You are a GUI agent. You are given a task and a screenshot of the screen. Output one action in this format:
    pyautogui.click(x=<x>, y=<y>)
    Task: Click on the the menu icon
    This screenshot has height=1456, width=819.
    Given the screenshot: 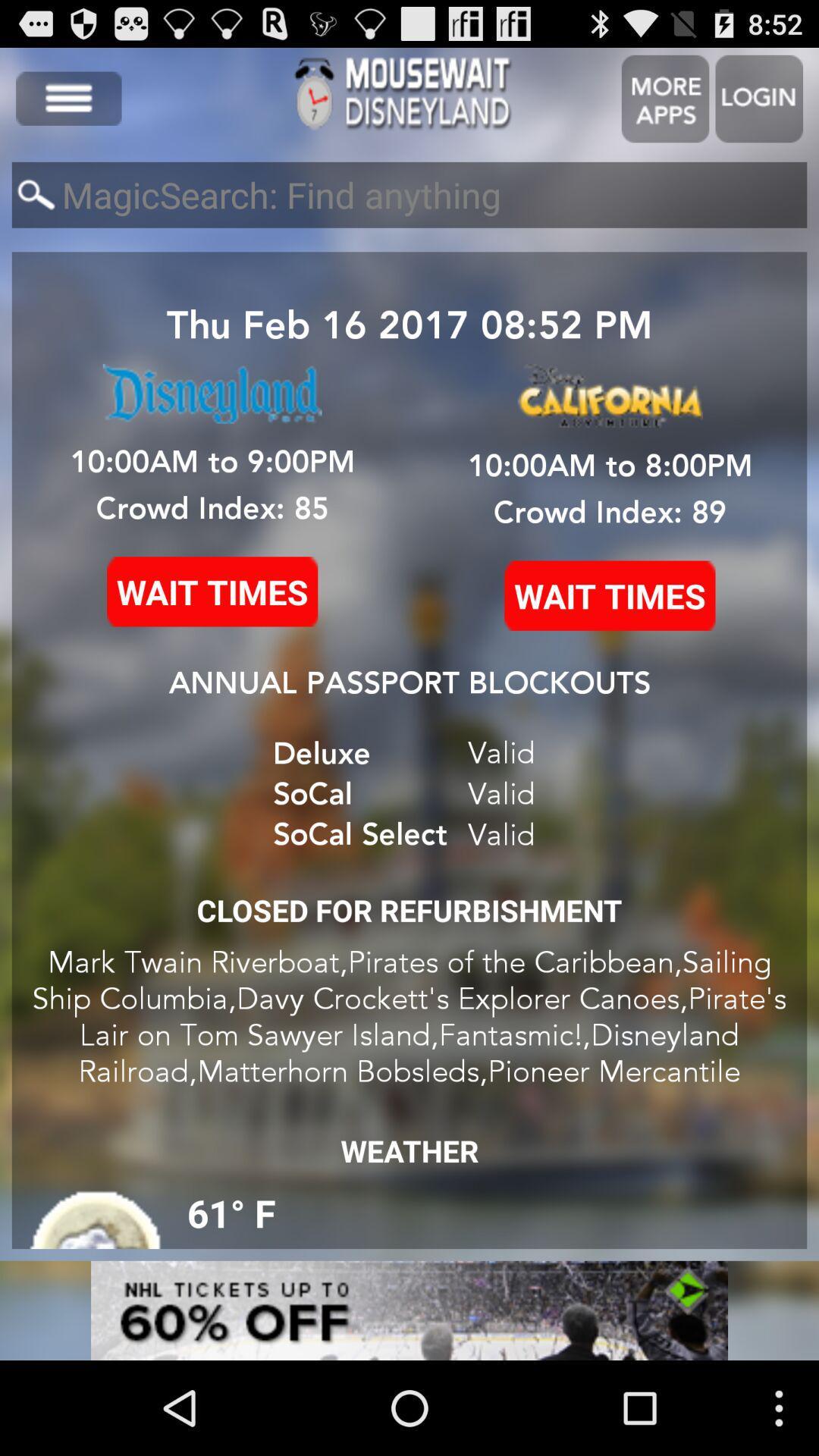 What is the action you would take?
    pyautogui.click(x=68, y=105)
    